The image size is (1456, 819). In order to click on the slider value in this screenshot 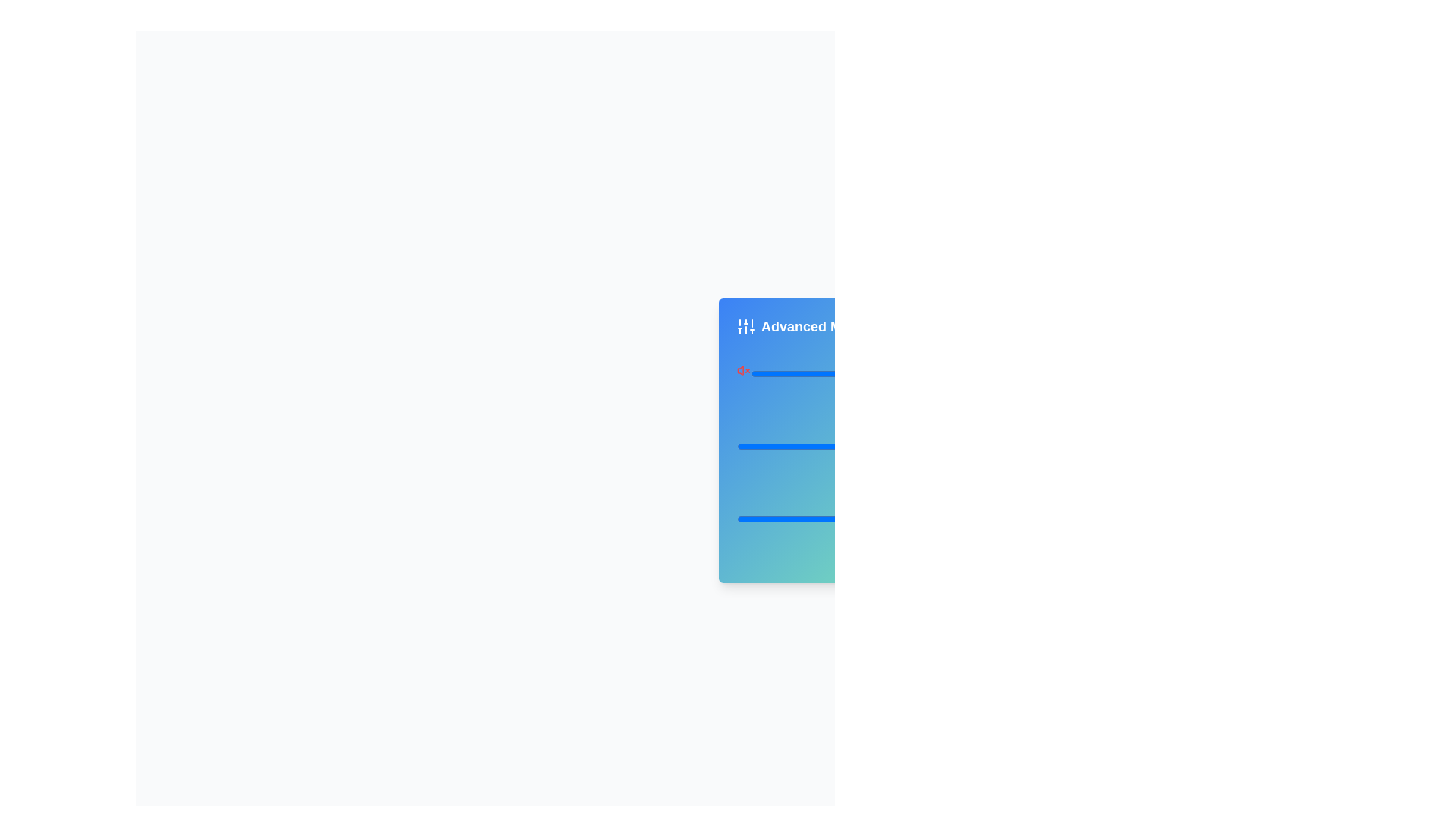, I will do `click(800, 368)`.